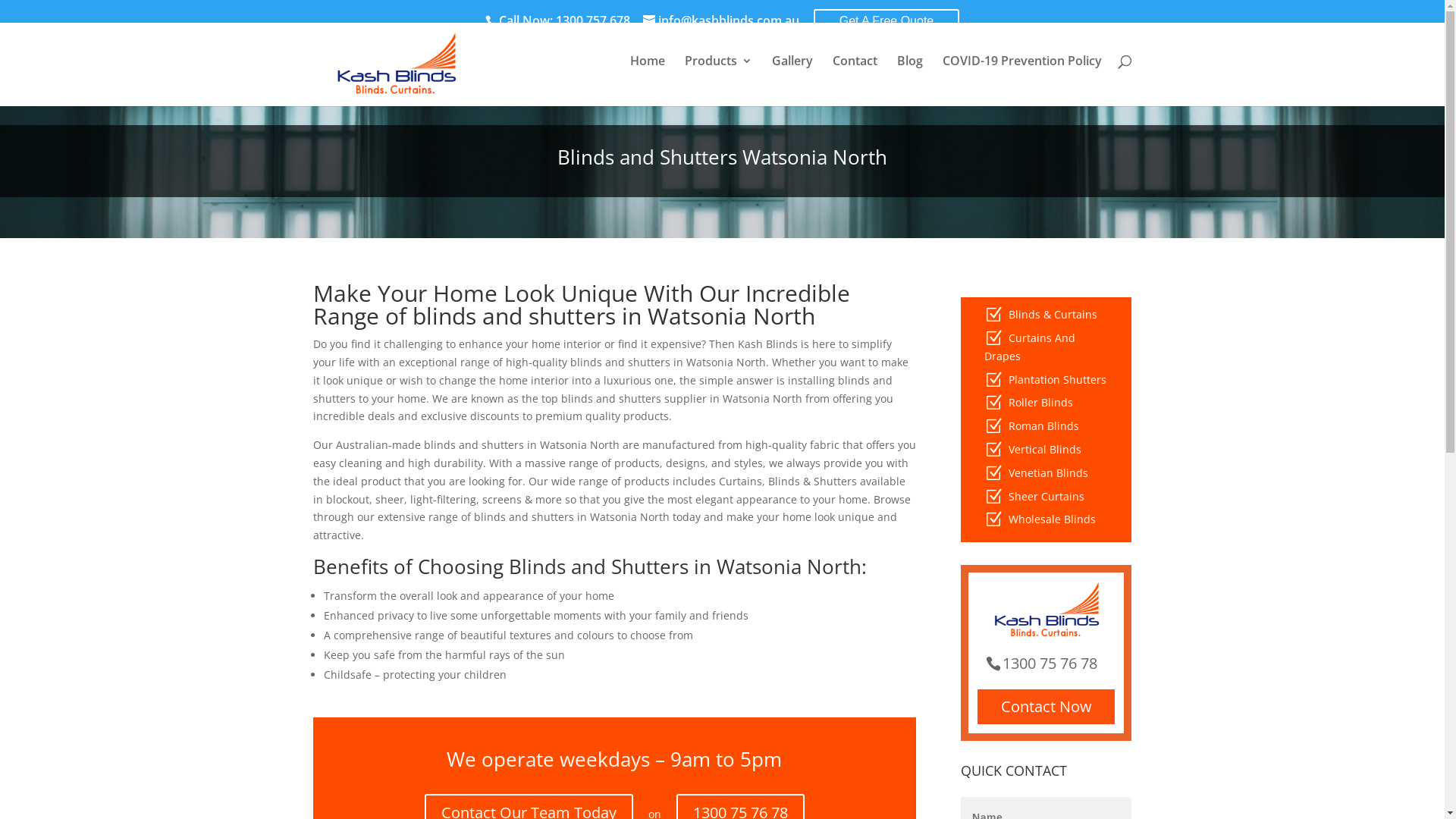 This screenshot has height=819, width=1456. Describe the element at coordinates (315, 63) in the screenshot. I see `'Shutters, Curtains and Blinds in Epping, Melbourne'` at that location.